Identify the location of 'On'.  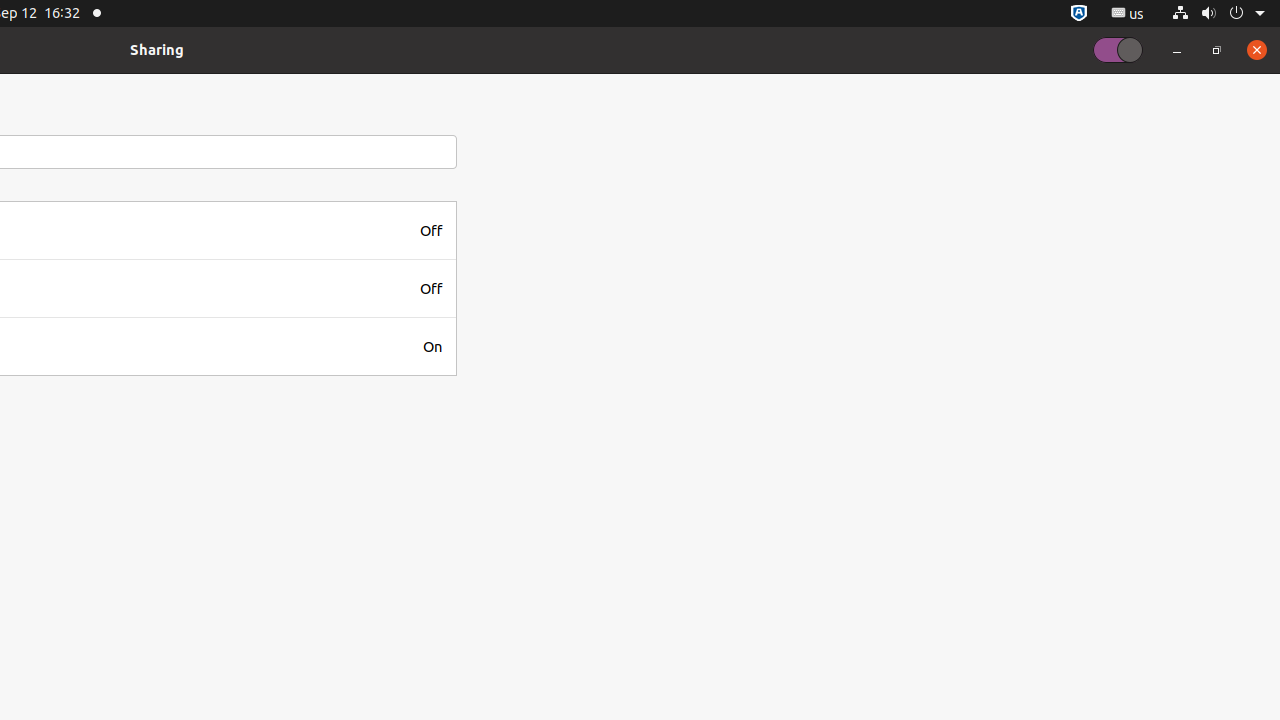
(431, 345).